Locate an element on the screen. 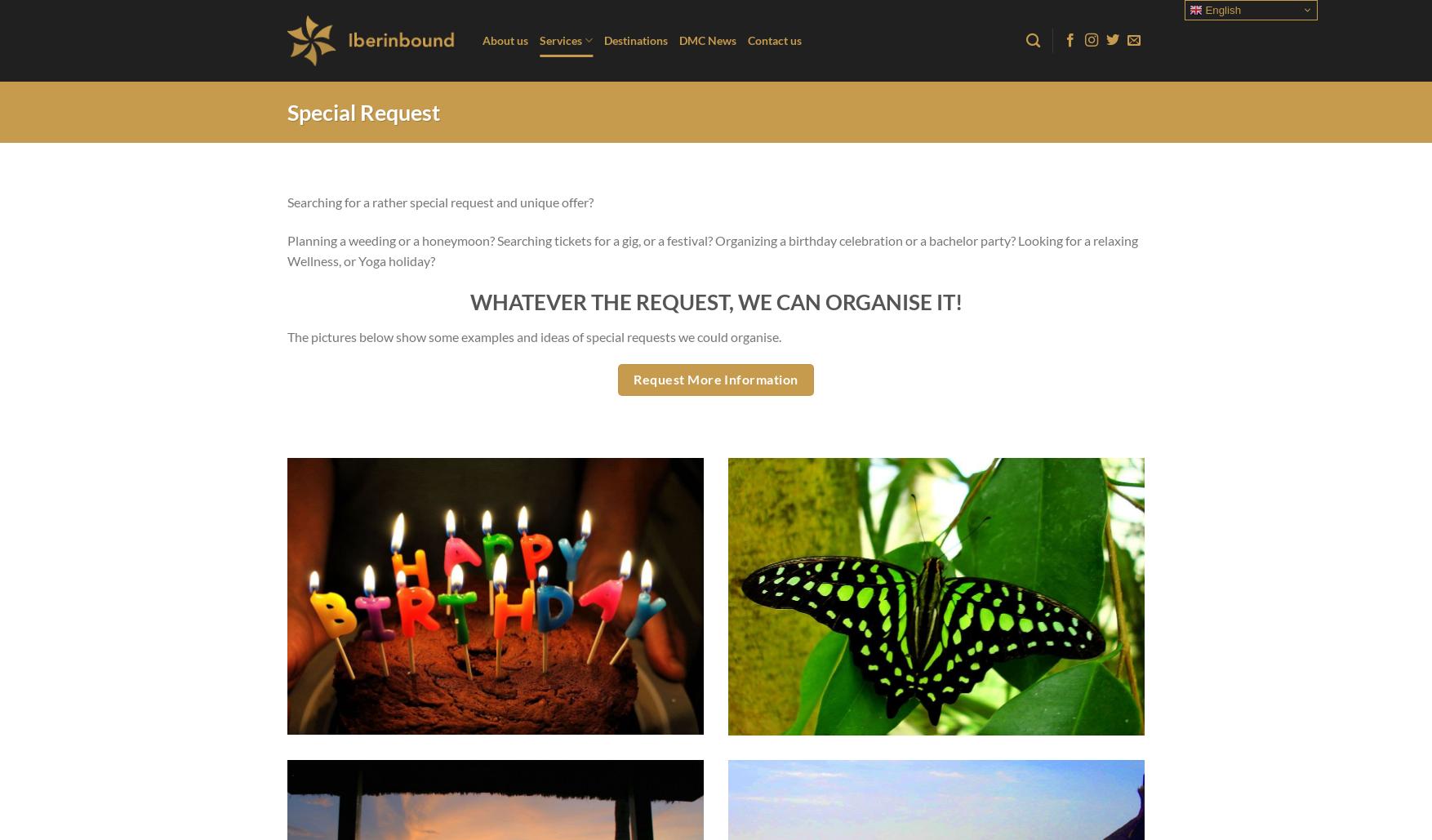 This screenshot has height=840, width=1432. 'Special Request' is located at coordinates (362, 111).